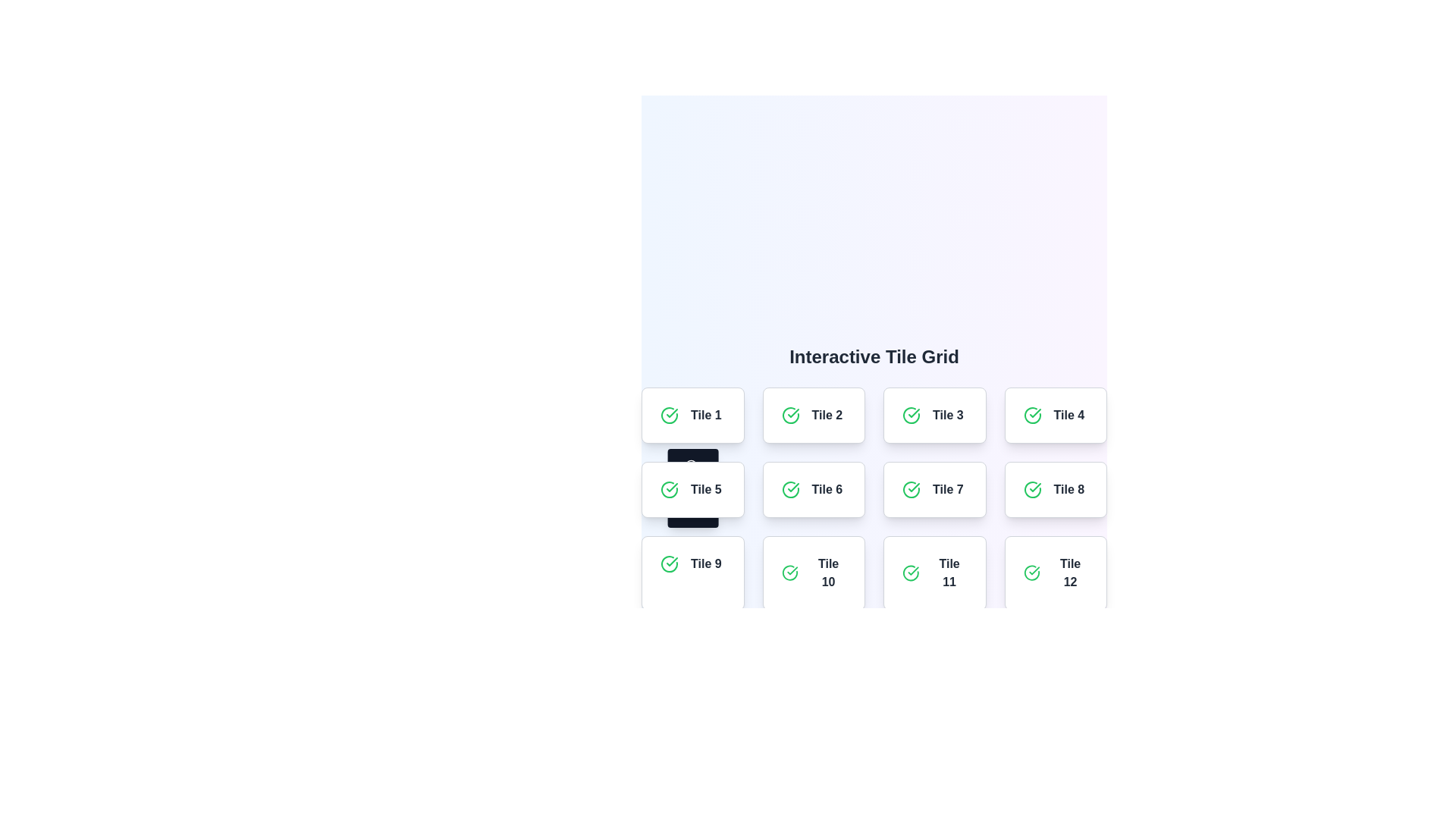  Describe the element at coordinates (692, 564) in the screenshot. I see `the tile located in the second column of the third row of the grid` at that location.